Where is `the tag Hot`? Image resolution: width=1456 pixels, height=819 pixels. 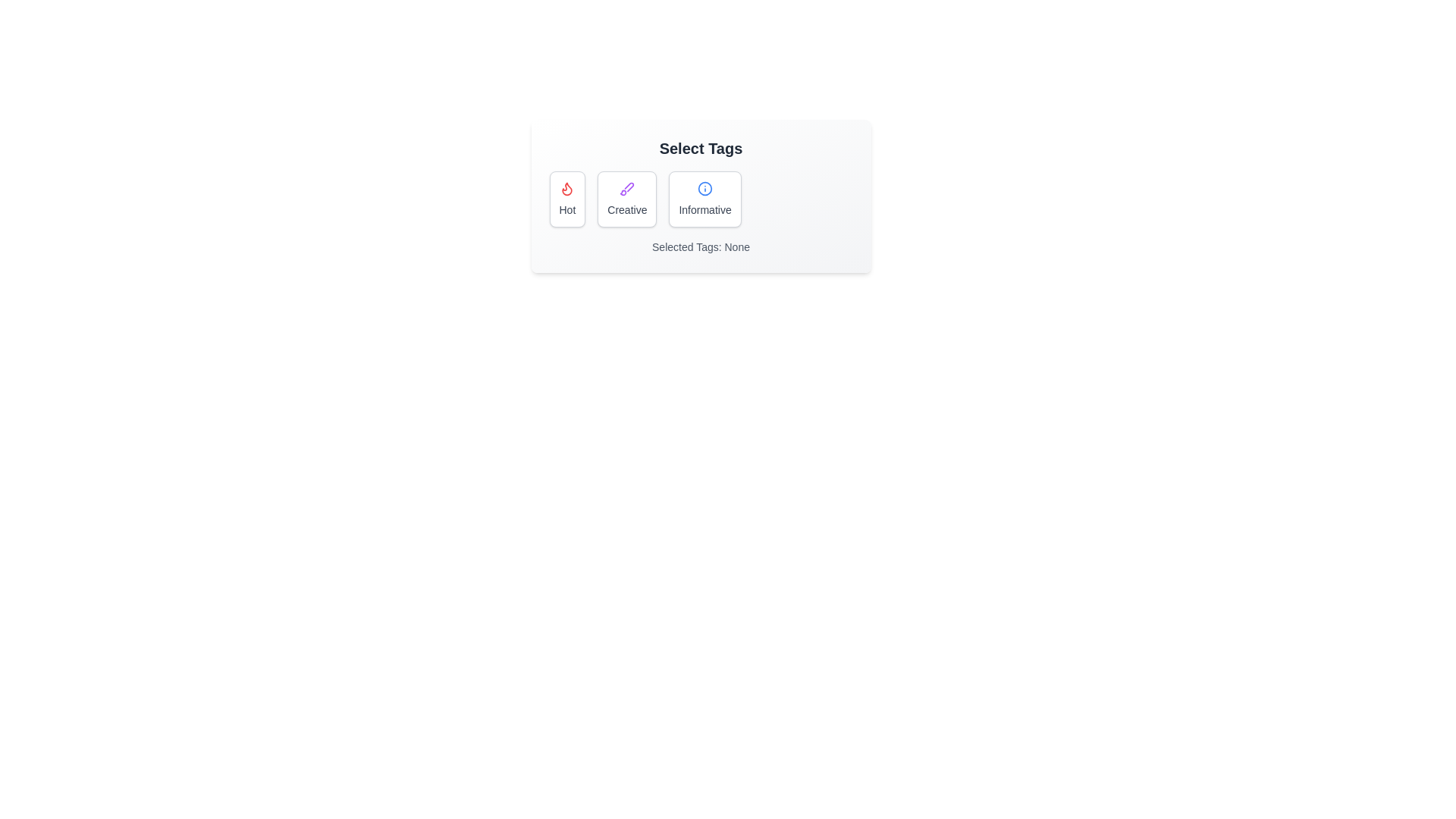
the tag Hot is located at coordinates (566, 198).